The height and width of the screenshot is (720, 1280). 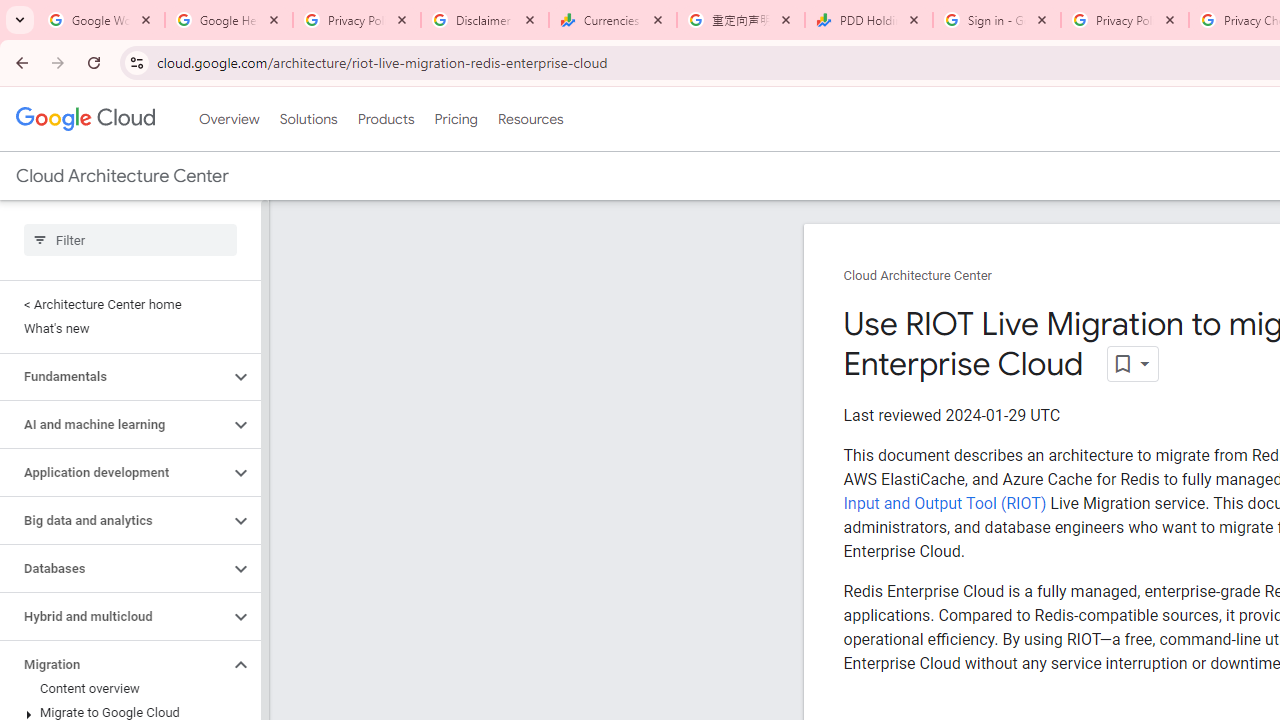 What do you see at coordinates (113, 664) in the screenshot?
I see `'Migration'` at bounding box center [113, 664].